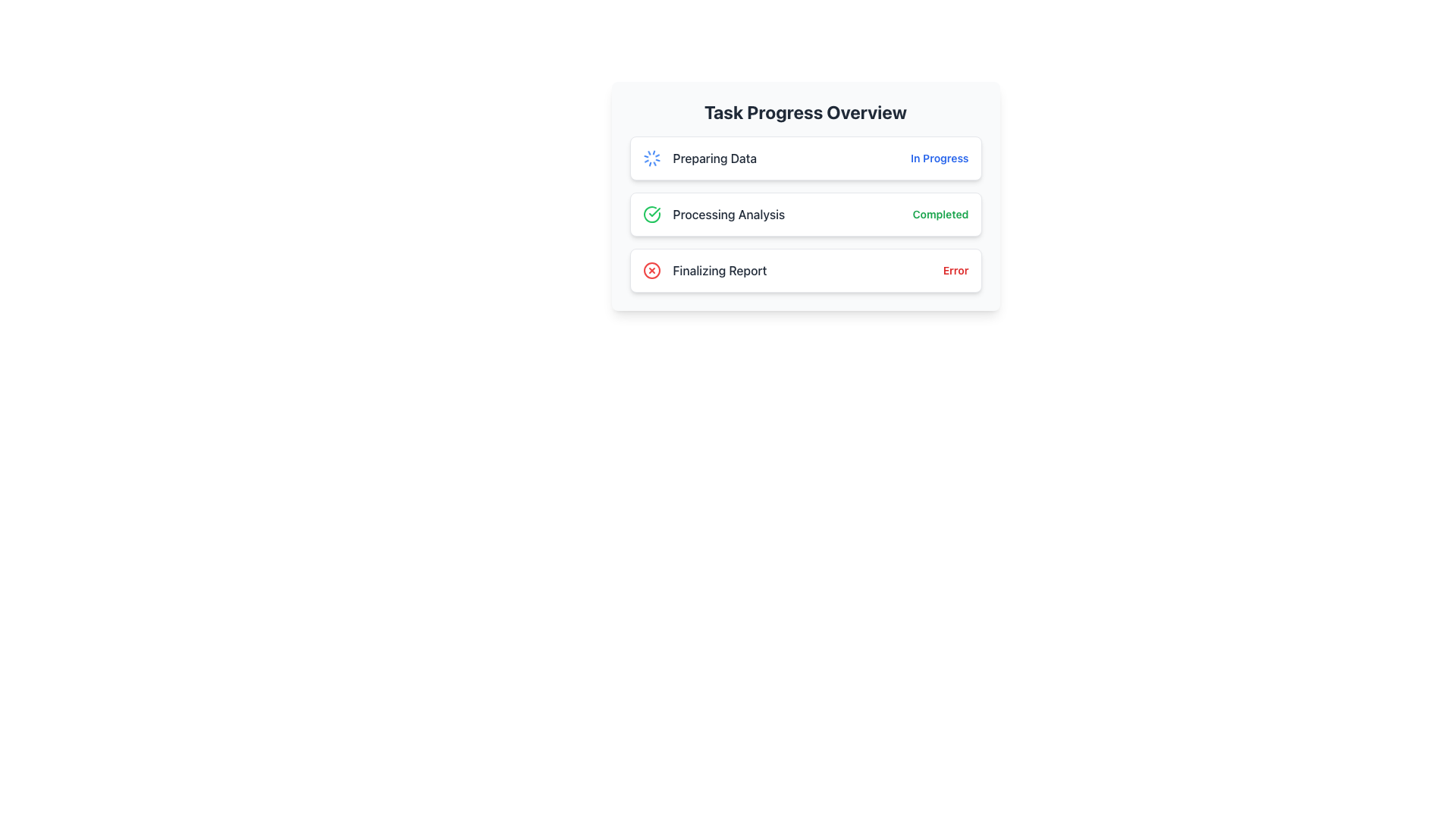 This screenshot has width=1456, height=819. I want to click on the 'Error' text label, which is styled in bold red font and indicates an issue in the 'Finalizing Report' task progress overview, so click(955, 270).